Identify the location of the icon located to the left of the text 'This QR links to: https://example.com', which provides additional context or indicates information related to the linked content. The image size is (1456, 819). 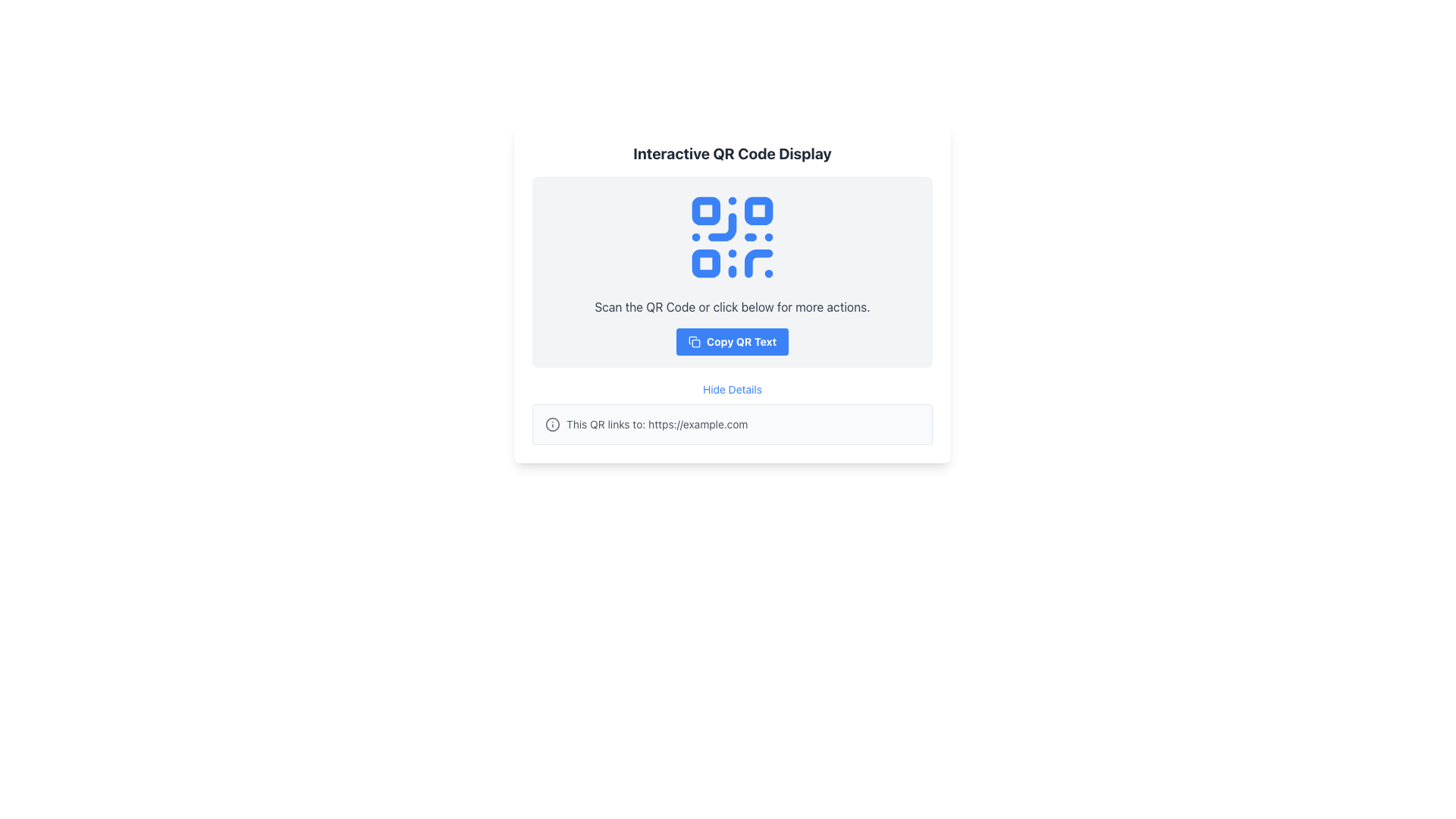
(552, 424).